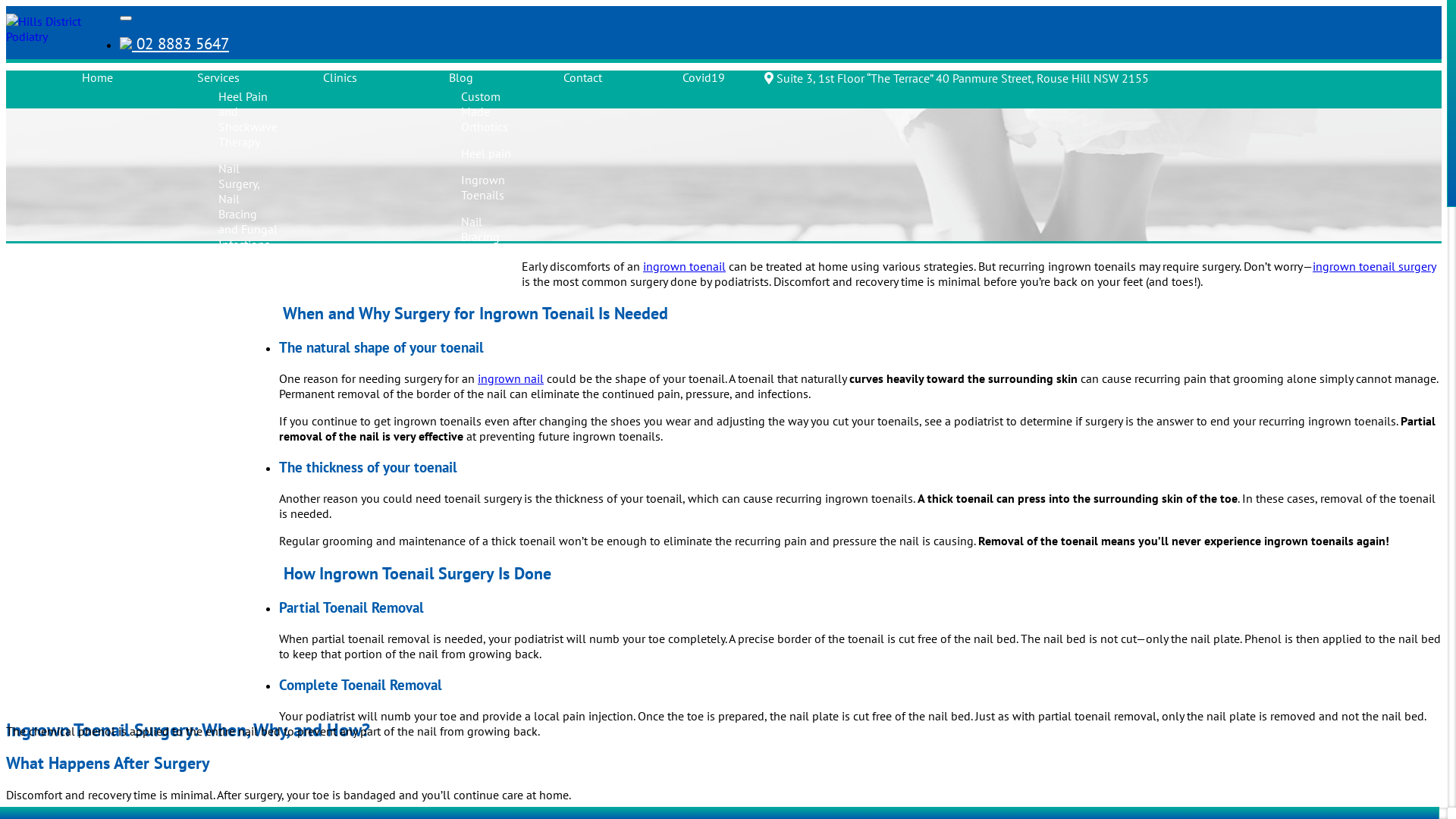  Describe the element at coordinates (1374, 265) in the screenshot. I see `'ingrown toenail surgery'` at that location.